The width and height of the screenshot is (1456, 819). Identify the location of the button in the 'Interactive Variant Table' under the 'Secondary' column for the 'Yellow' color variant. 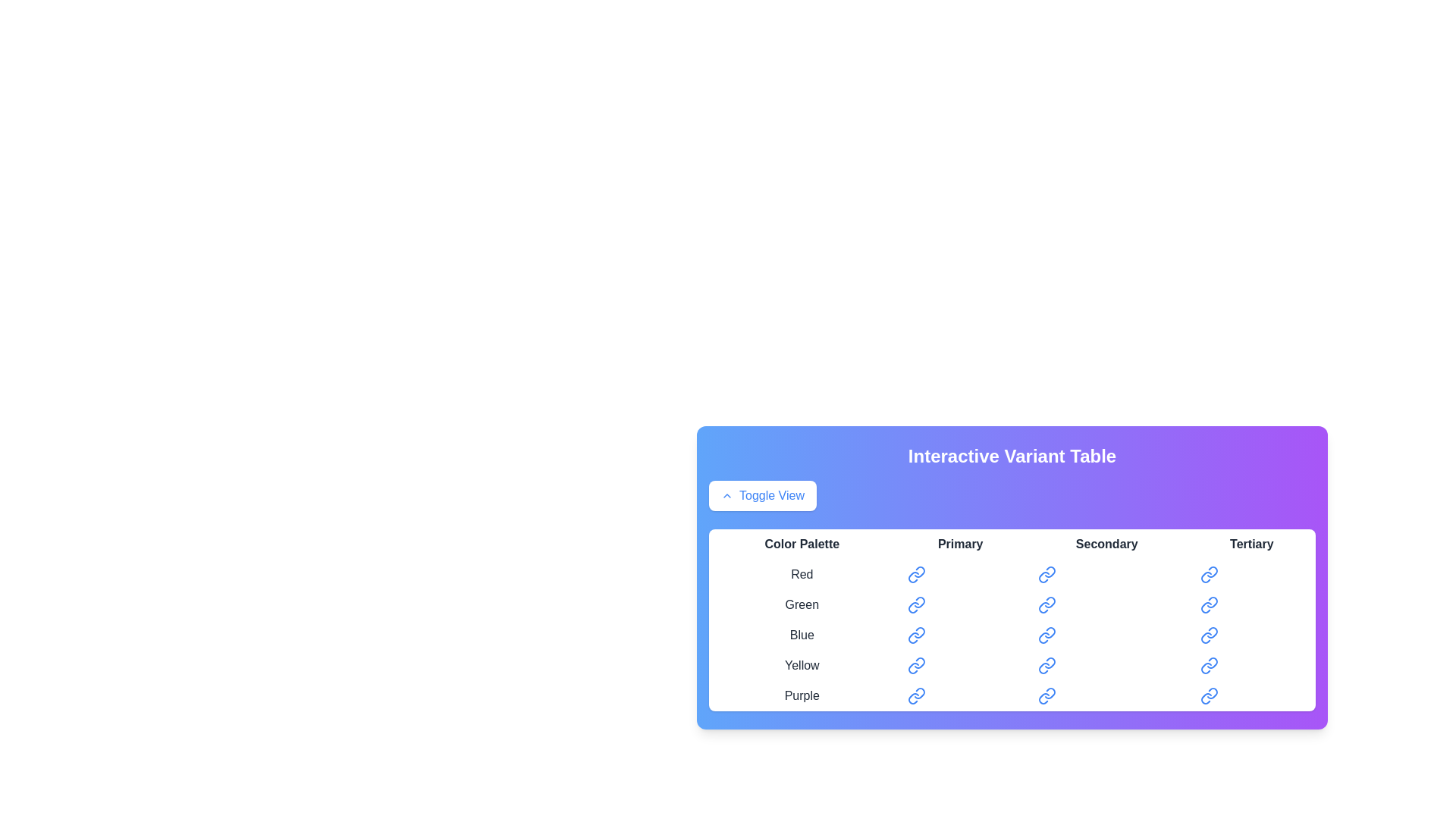
(1106, 665).